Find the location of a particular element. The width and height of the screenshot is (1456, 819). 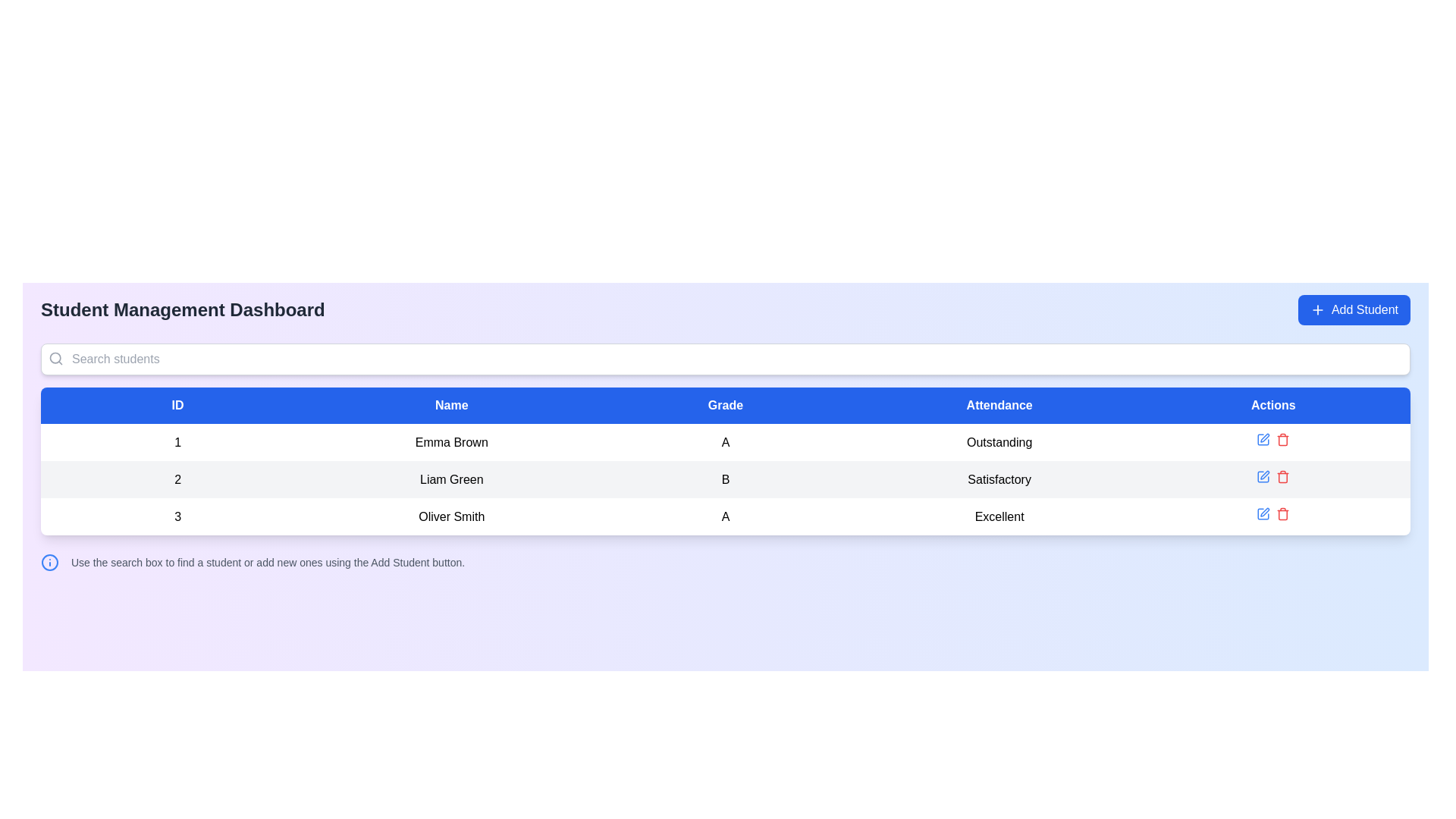

SVG graphical circle component, which is a blue circle with a 10-pixel radius located at the lower left part of the interface, directly left of a descriptive text box, using developer tools is located at coordinates (50, 562).